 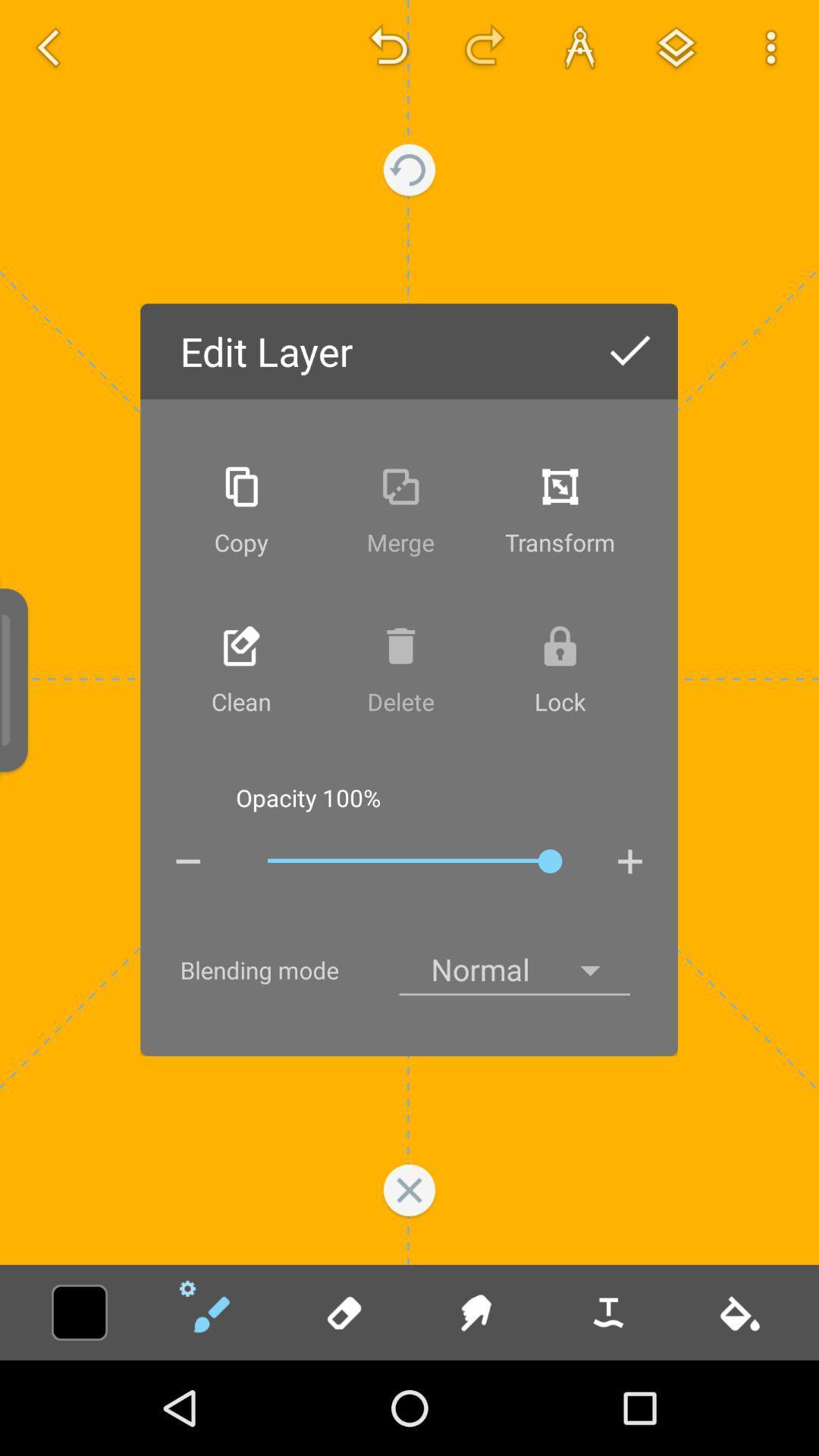 I want to click on the layers icon, so click(x=675, y=47).